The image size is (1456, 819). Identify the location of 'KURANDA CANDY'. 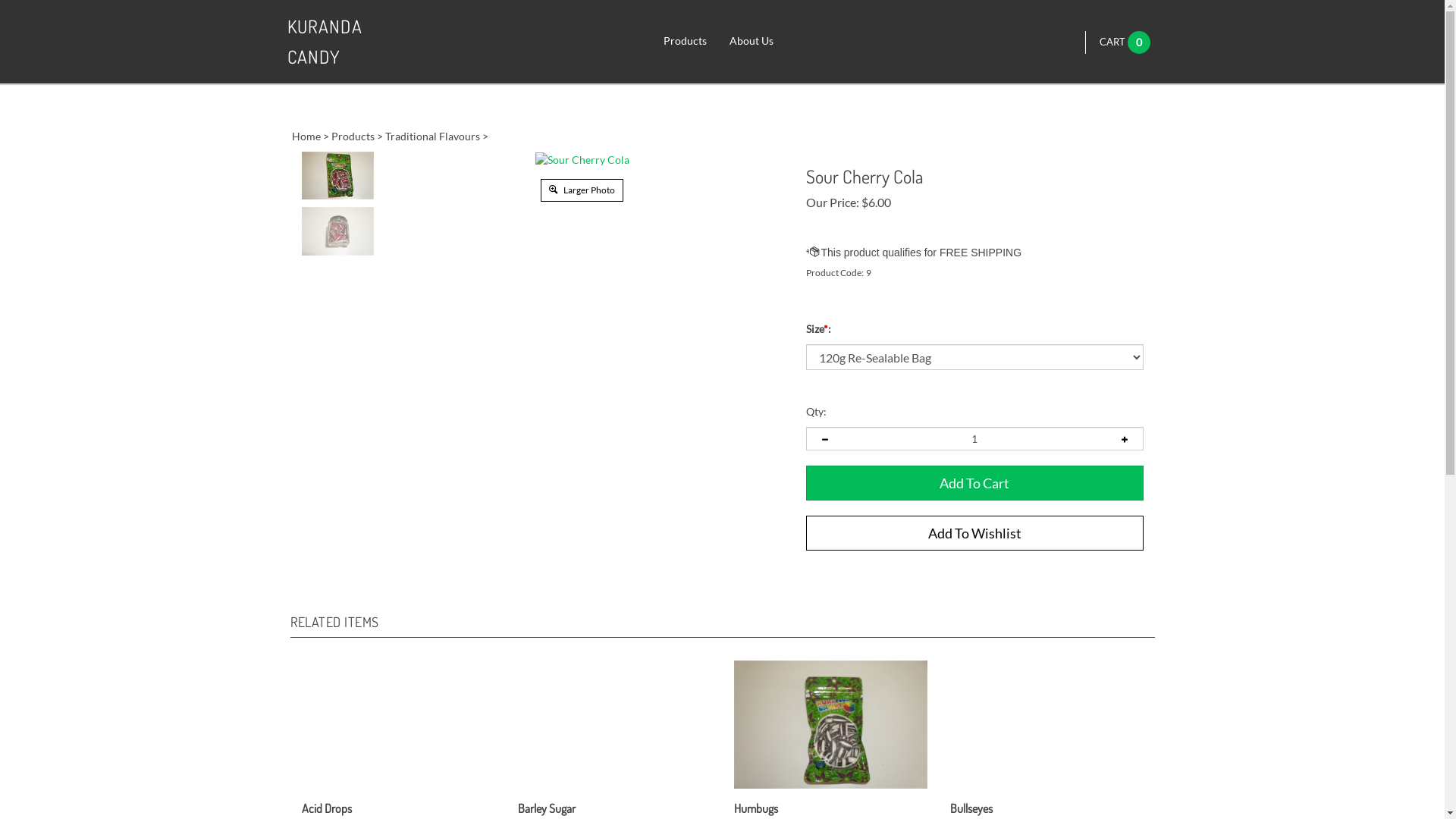
(348, 40).